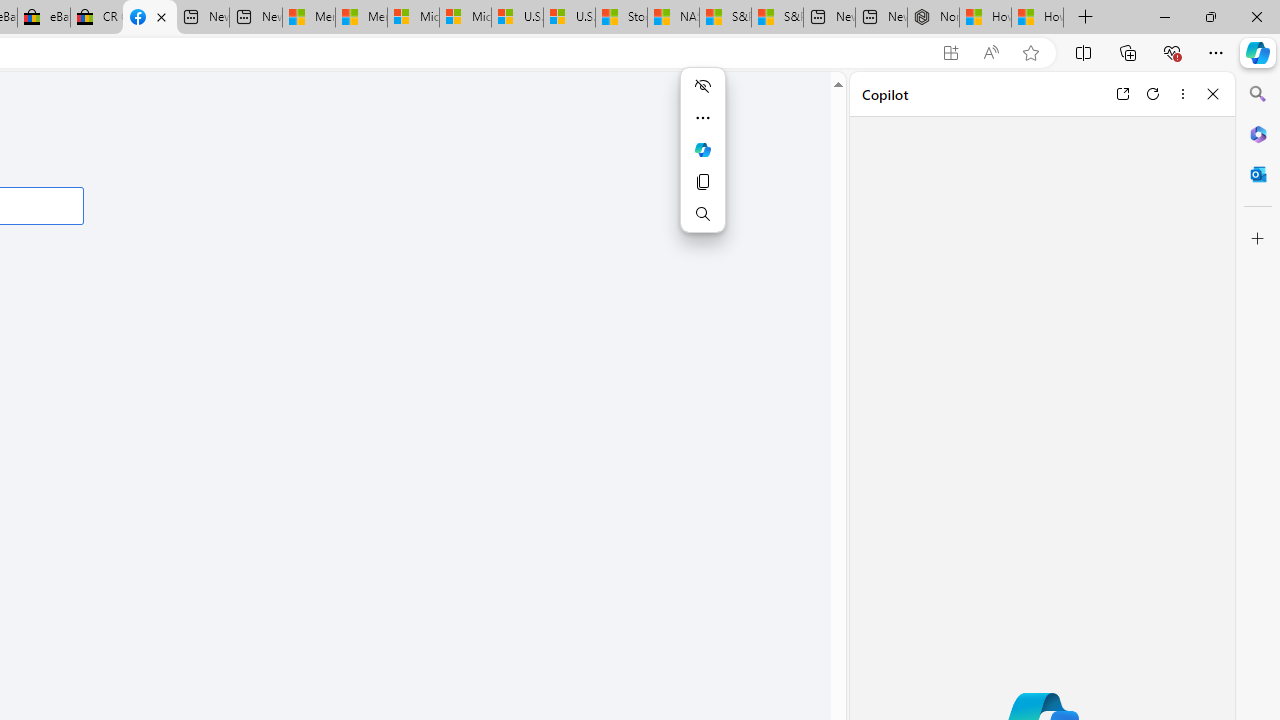 Image resolution: width=1280 pixels, height=720 pixels. What do you see at coordinates (1257, 238) in the screenshot?
I see `'Customize'` at bounding box center [1257, 238].